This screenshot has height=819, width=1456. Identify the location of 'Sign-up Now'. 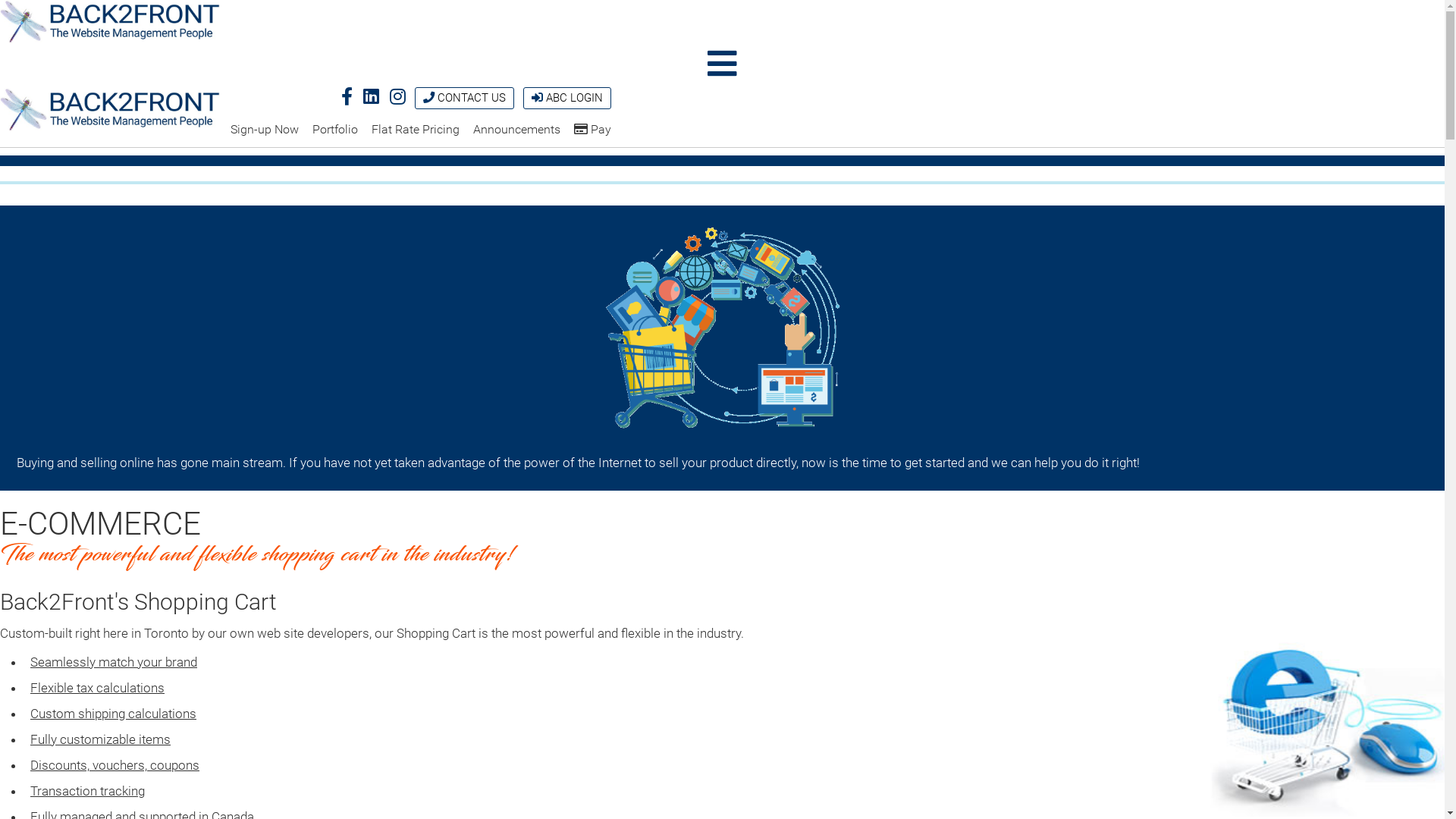
(229, 128).